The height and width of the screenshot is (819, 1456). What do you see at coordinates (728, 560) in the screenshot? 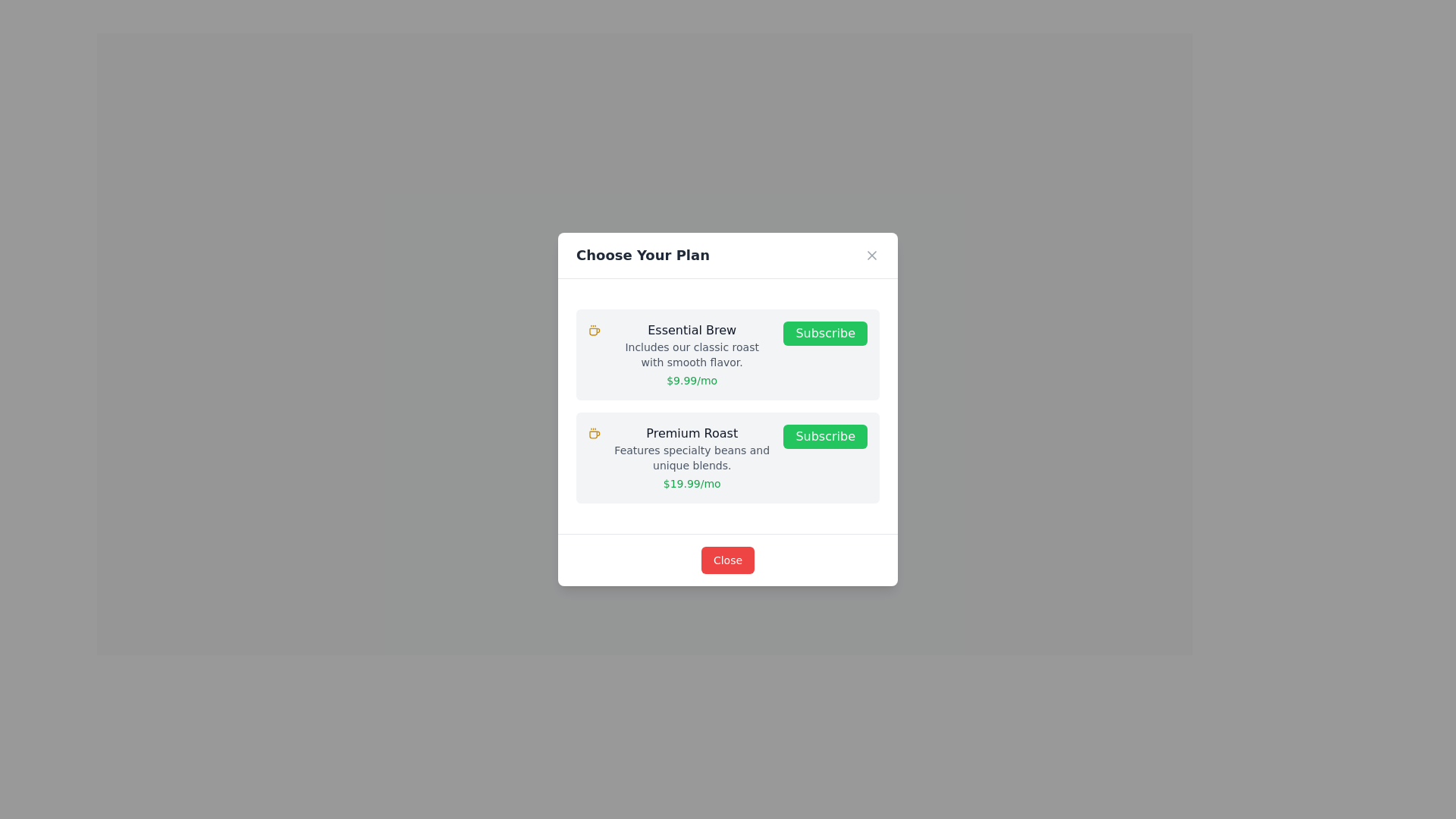
I see `the close button located at the bottom center of the modal dialog` at bounding box center [728, 560].